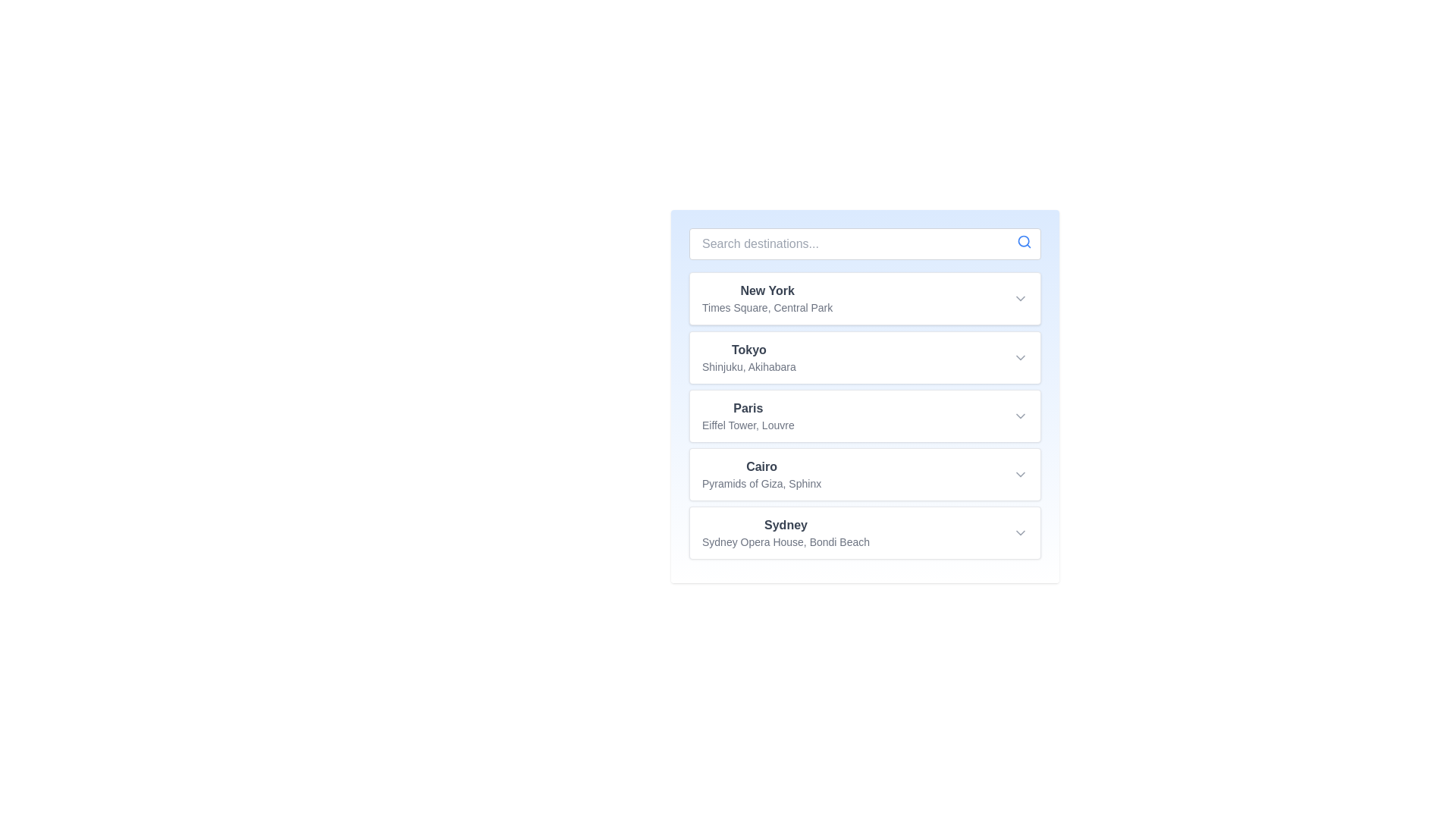 This screenshot has width=1456, height=819. I want to click on the text label displaying 'Cairo' which is in bold styling and positioned above the labels 'Pyramids of Giza, Sphinx', so click(761, 466).